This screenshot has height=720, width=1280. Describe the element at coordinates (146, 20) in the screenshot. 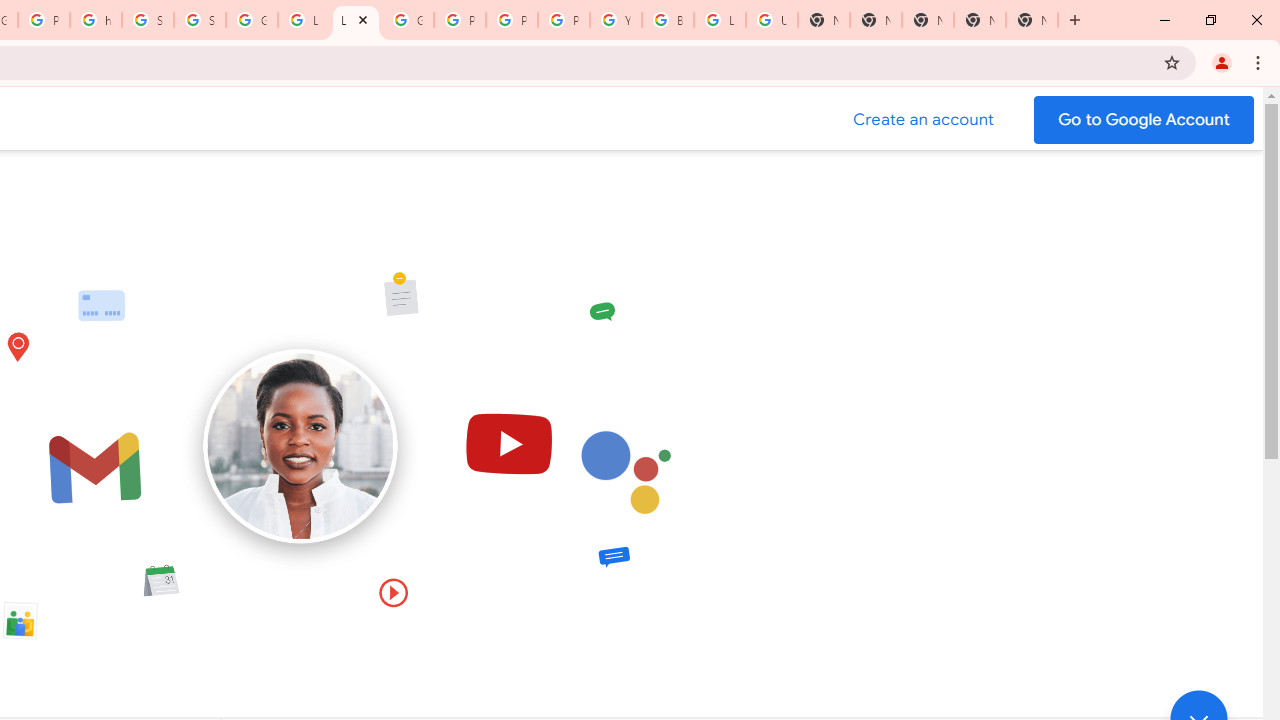

I see `'Sign in - Google Accounts'` at that location.